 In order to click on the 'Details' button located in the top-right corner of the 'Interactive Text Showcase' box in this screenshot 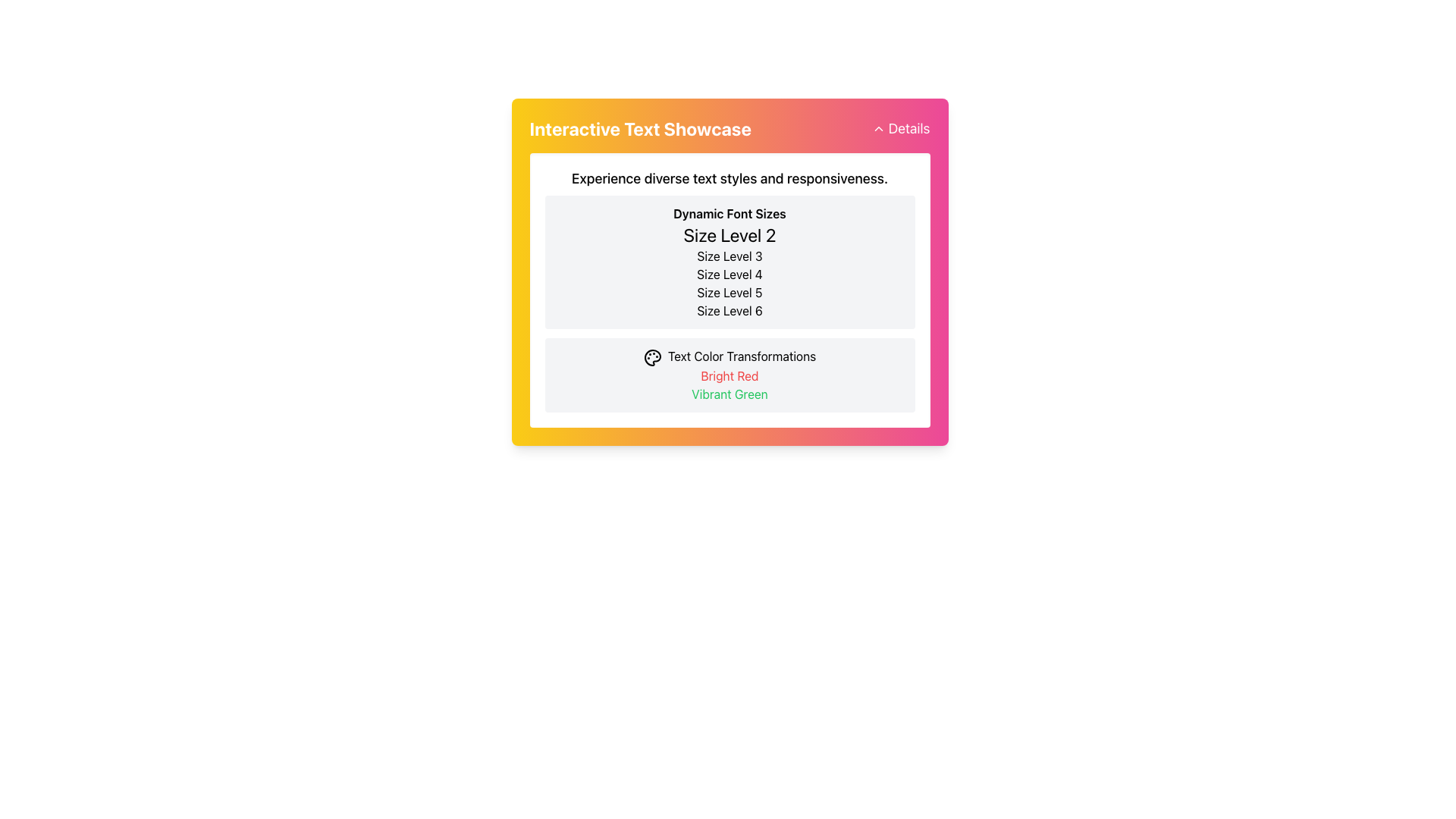, I will do `click(901, 127)`.